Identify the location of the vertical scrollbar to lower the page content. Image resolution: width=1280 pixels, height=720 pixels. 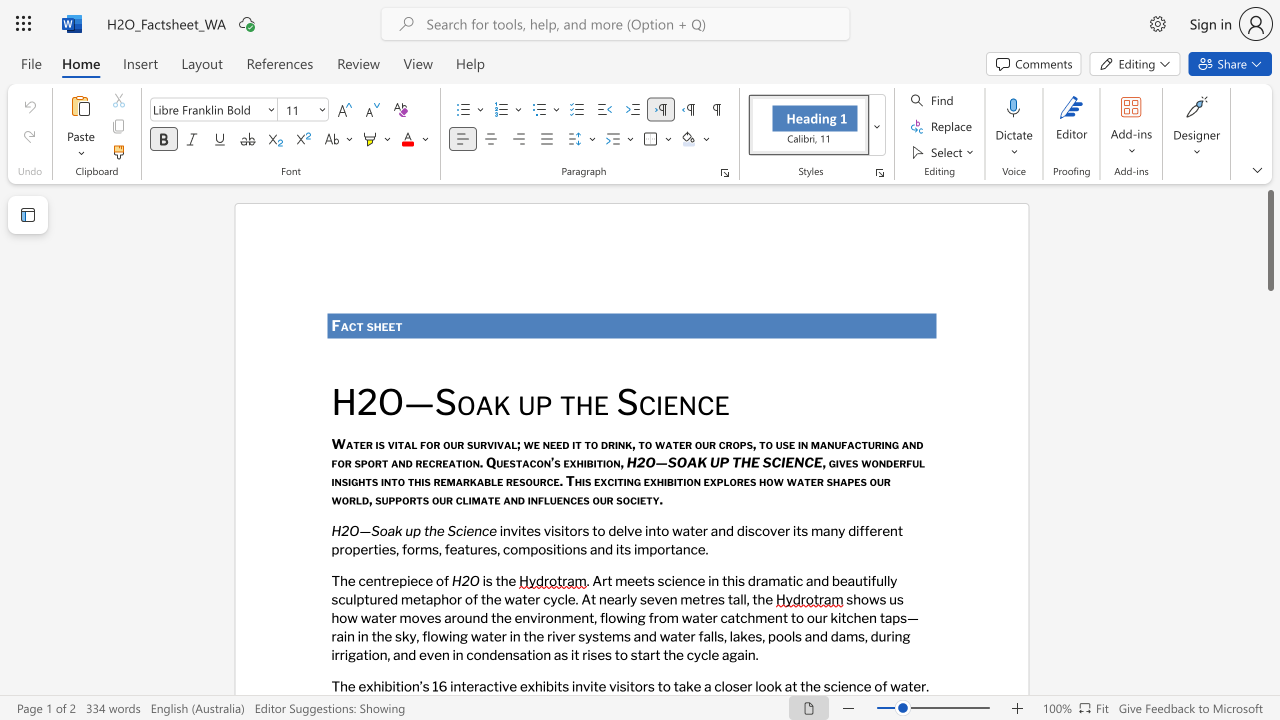
(1269, 508).